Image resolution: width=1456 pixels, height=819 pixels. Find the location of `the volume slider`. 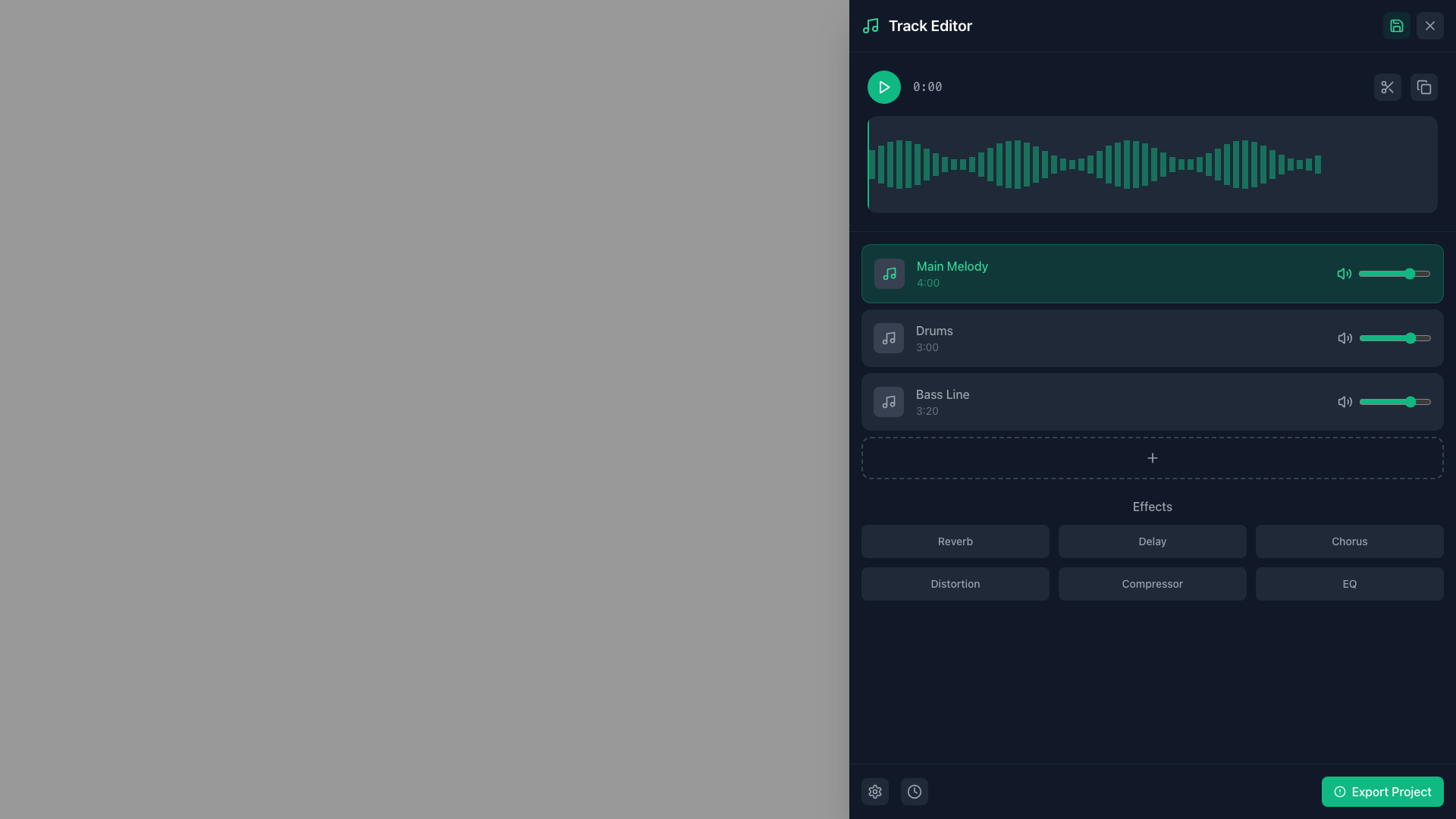

the volume slider is located at coordinates (1373, 337).